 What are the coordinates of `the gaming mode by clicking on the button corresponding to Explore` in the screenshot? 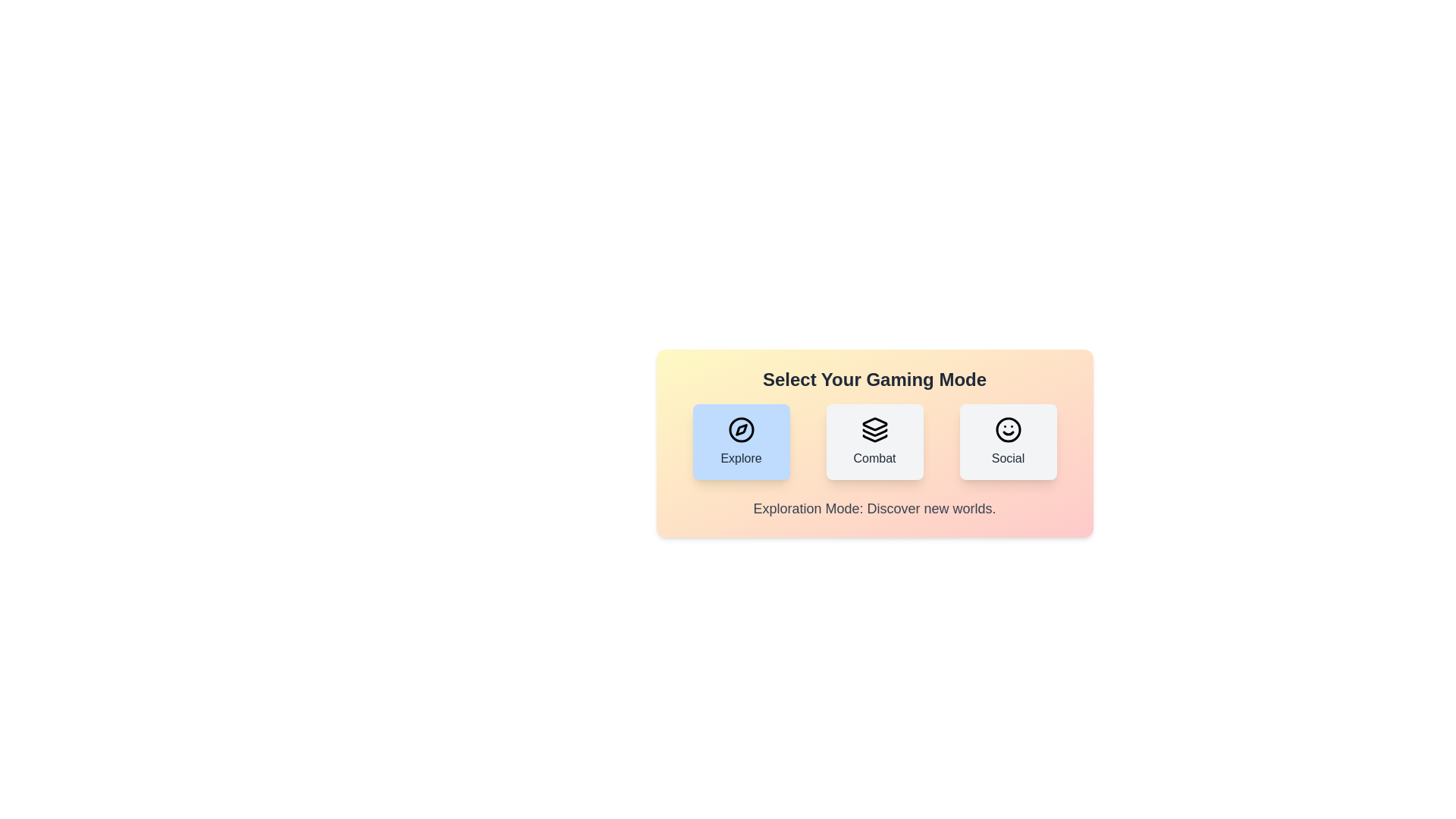 It's located at (741, 441).